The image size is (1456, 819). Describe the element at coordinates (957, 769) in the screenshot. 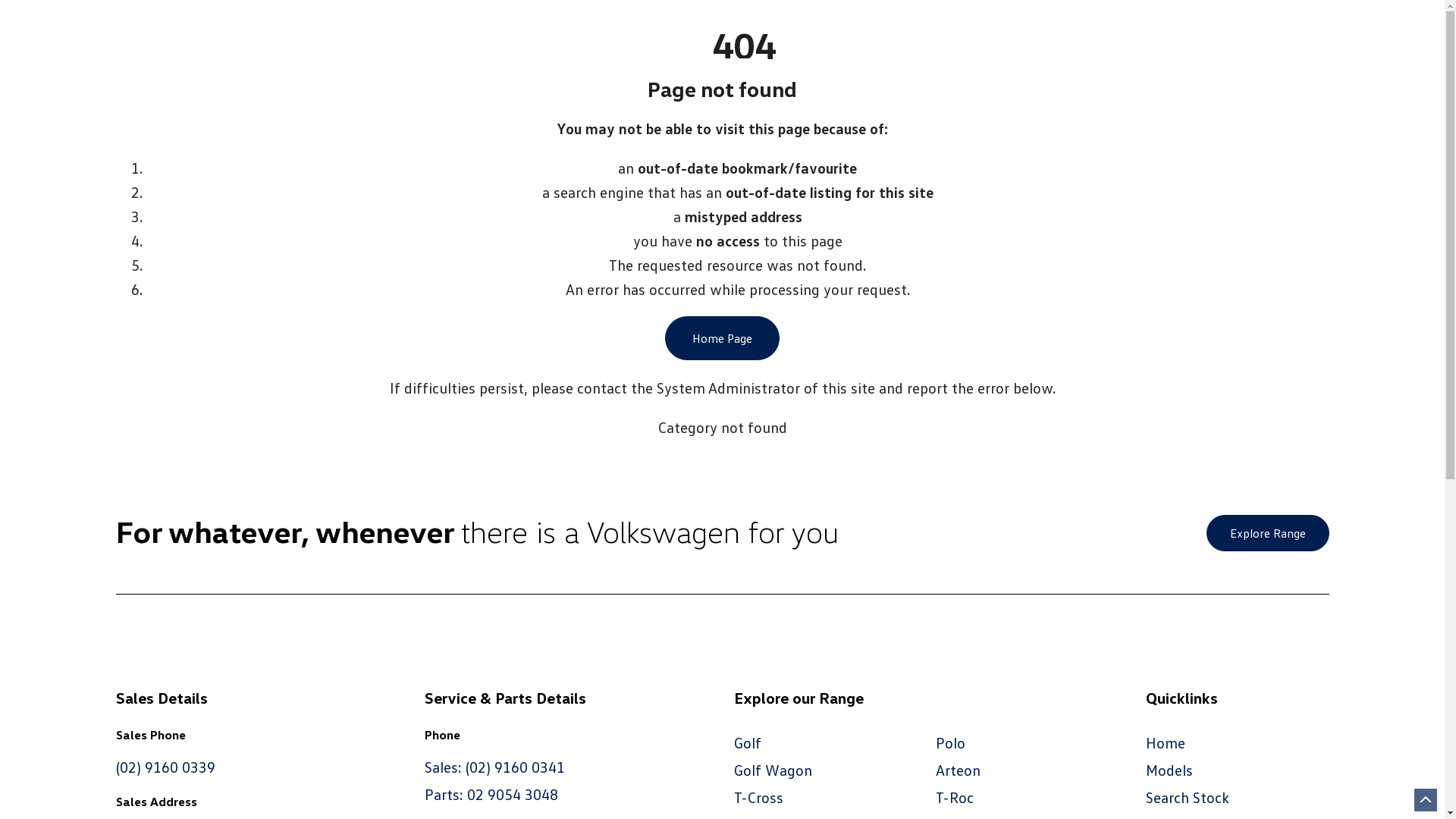

I see `'Arteon'` at that location.